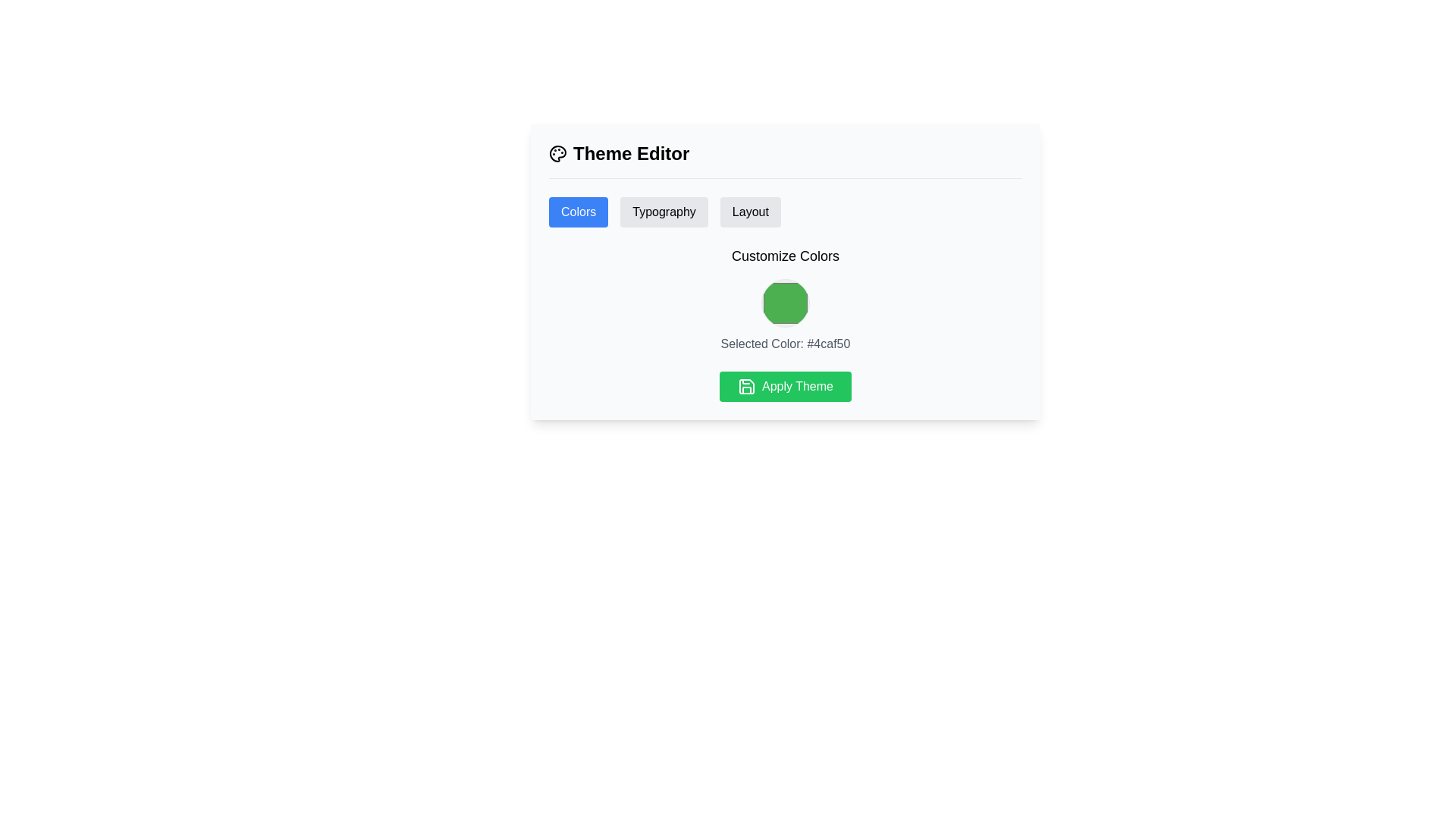  What do you see at coordinates (664, 212) in the screenshot?
I see `the 'Typography' button, which is the second button in a row of three with a light gray background and bold black text` at bounding box center [664, 212].